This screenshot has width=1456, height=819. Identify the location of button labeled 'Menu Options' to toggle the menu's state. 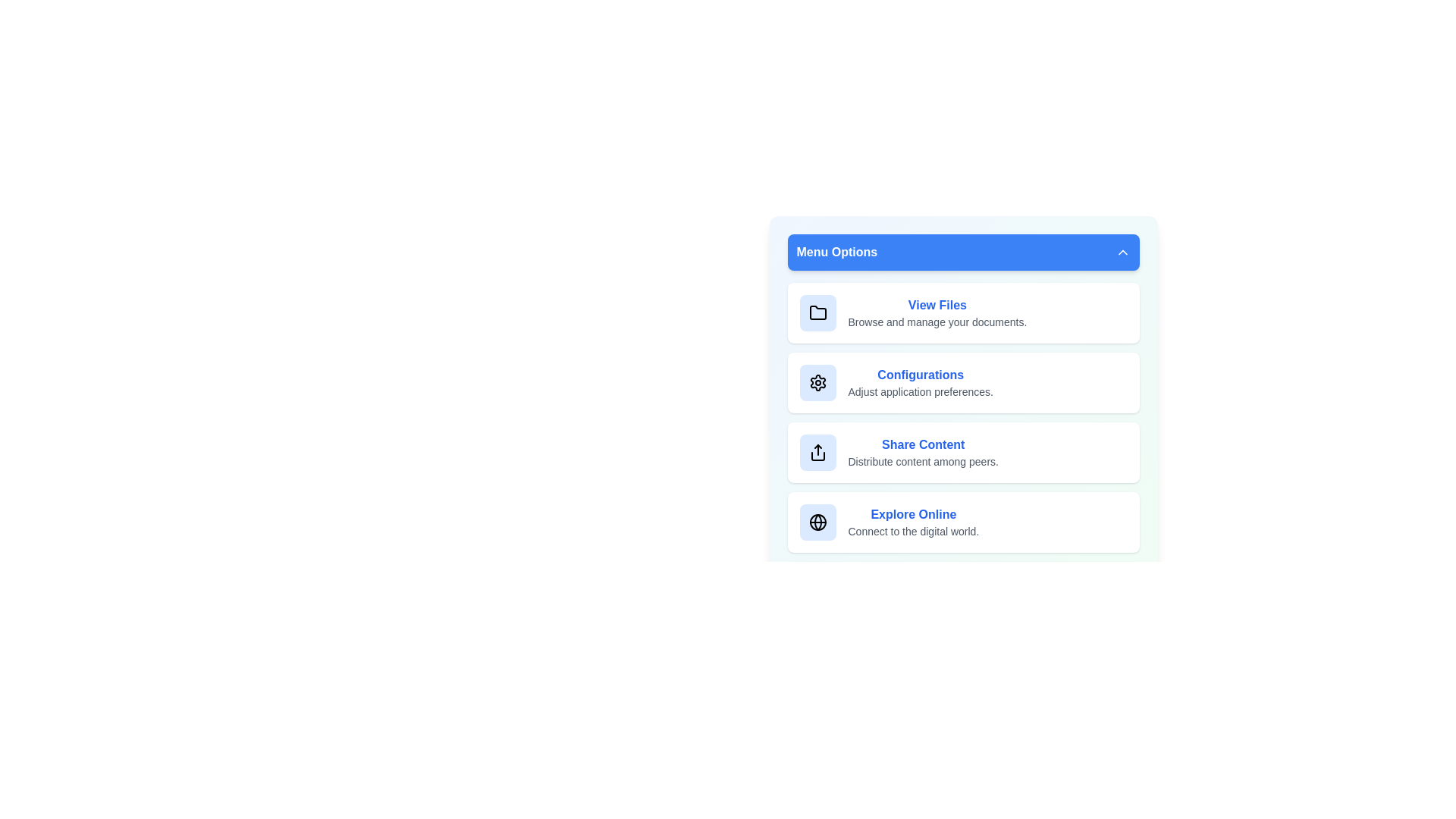
(962, 251).